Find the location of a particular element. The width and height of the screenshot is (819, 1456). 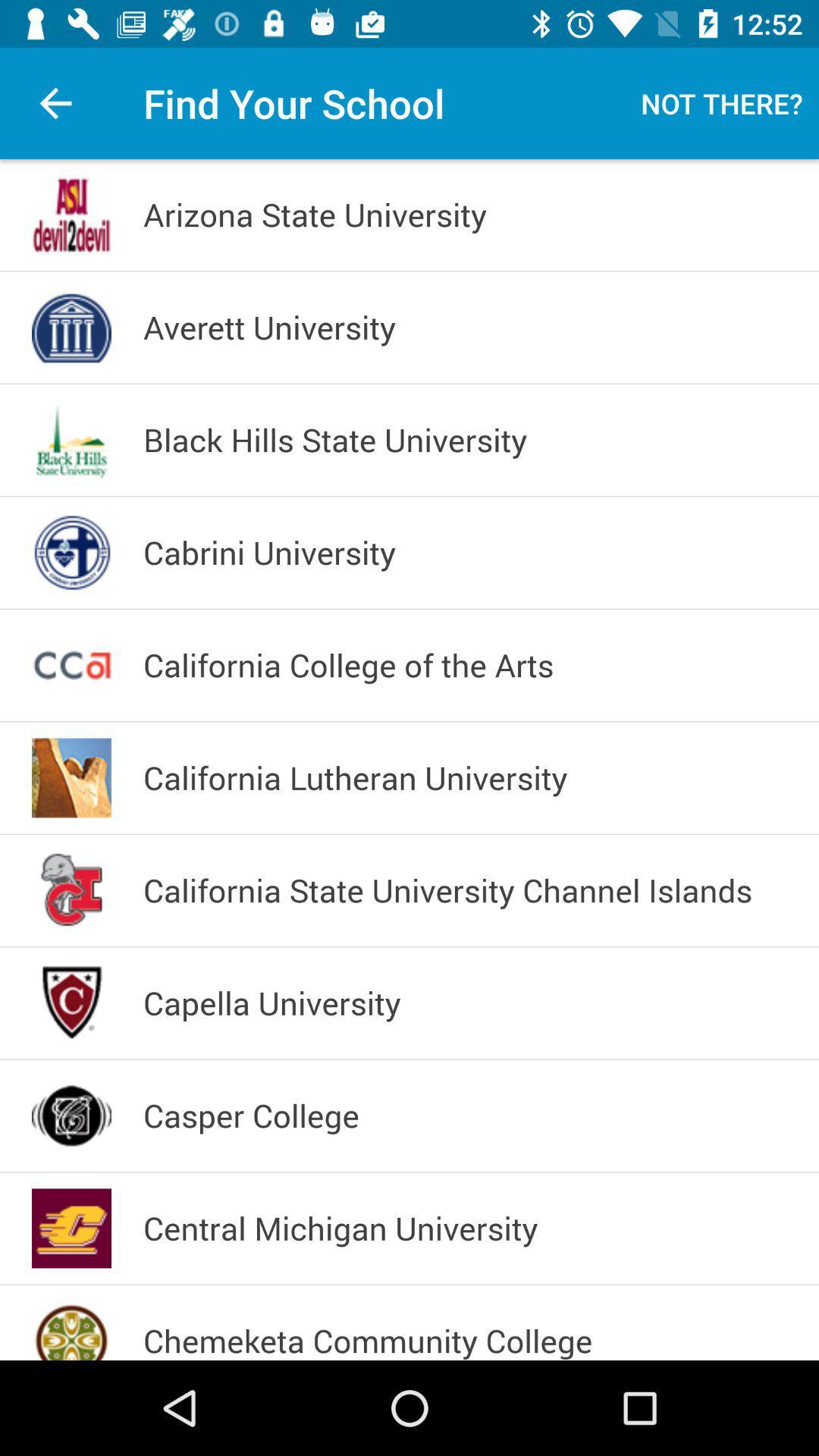

app to the left of find your school is located at coordinates (55, 102).